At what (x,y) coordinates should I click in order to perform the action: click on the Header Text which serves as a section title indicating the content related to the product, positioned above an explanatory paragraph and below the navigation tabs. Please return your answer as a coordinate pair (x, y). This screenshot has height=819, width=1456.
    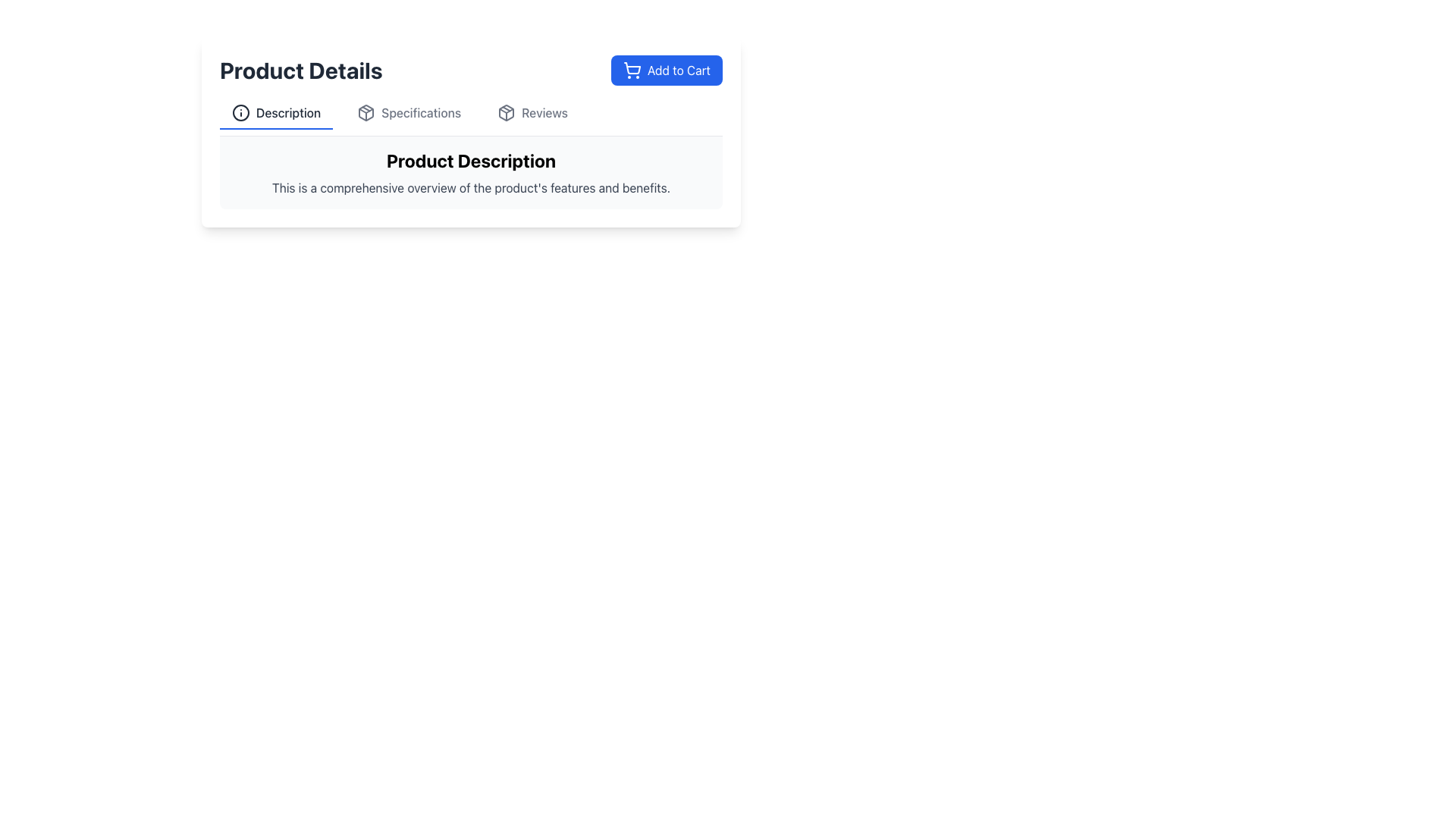
    Looking at the image, I should click on (470, 161).